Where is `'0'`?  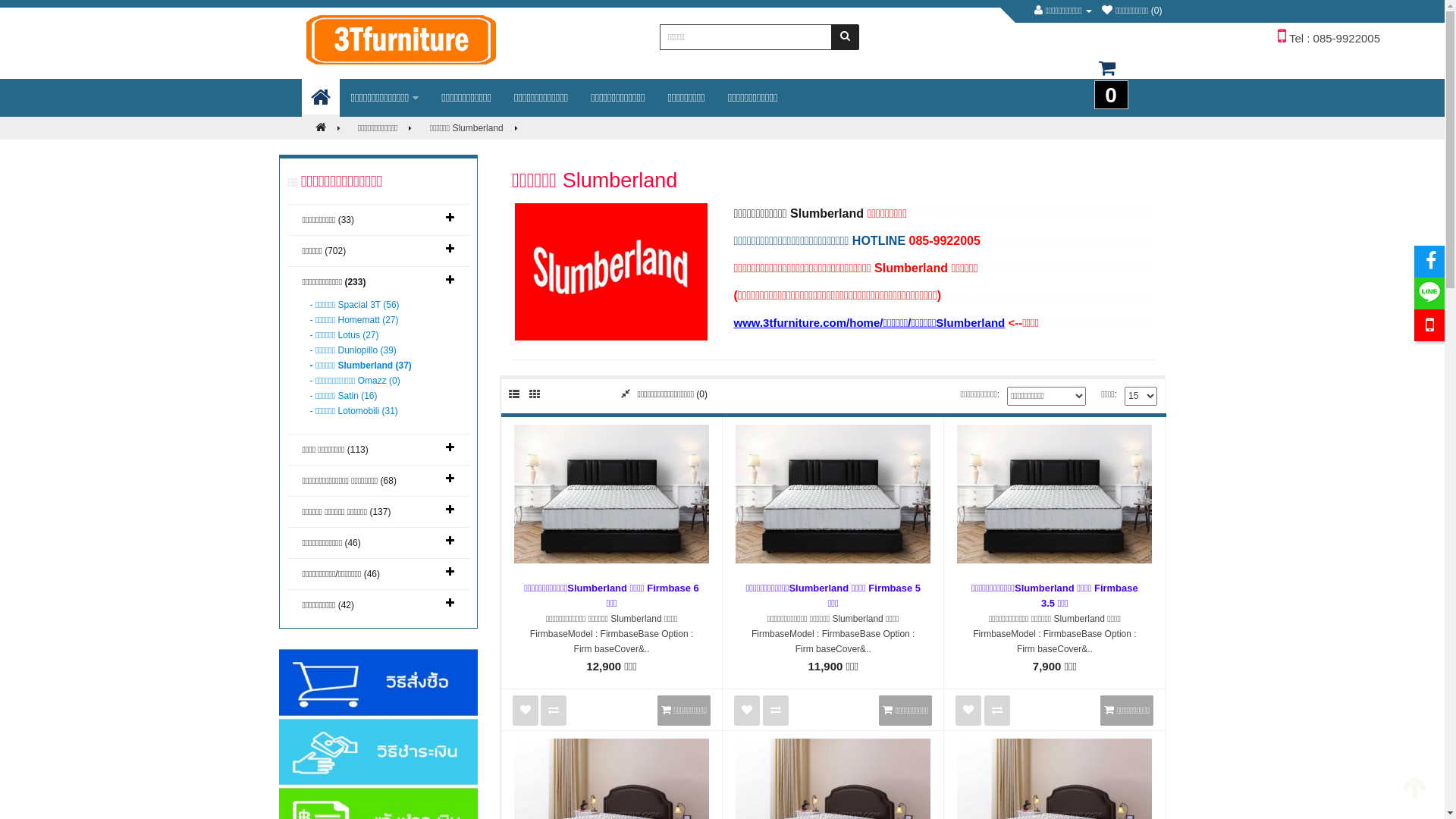
'0' is located at coordinates (1073, 76).